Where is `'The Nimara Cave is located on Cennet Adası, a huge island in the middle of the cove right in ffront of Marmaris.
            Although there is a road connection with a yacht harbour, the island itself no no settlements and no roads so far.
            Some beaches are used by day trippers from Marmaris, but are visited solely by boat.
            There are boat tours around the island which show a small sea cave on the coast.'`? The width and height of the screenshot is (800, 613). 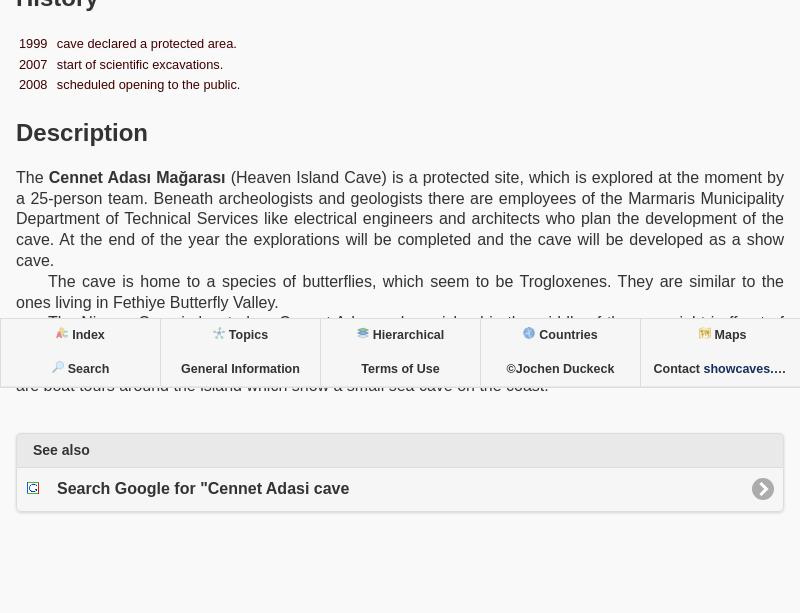
'The Nimara Cave is located on Cennet Adası, a huge island in the middle of the cove right in ffront of Marmaris.
            Although there is a road connection with a yacht harbour, the island itself no no settlements and no roads so far.
            Some beaches are used by day trippers from Marmaris, but are visited solely by boat.
            There are boat tours around the island which show a small sea cave on the coast.' is located at coordinates (400, 352).